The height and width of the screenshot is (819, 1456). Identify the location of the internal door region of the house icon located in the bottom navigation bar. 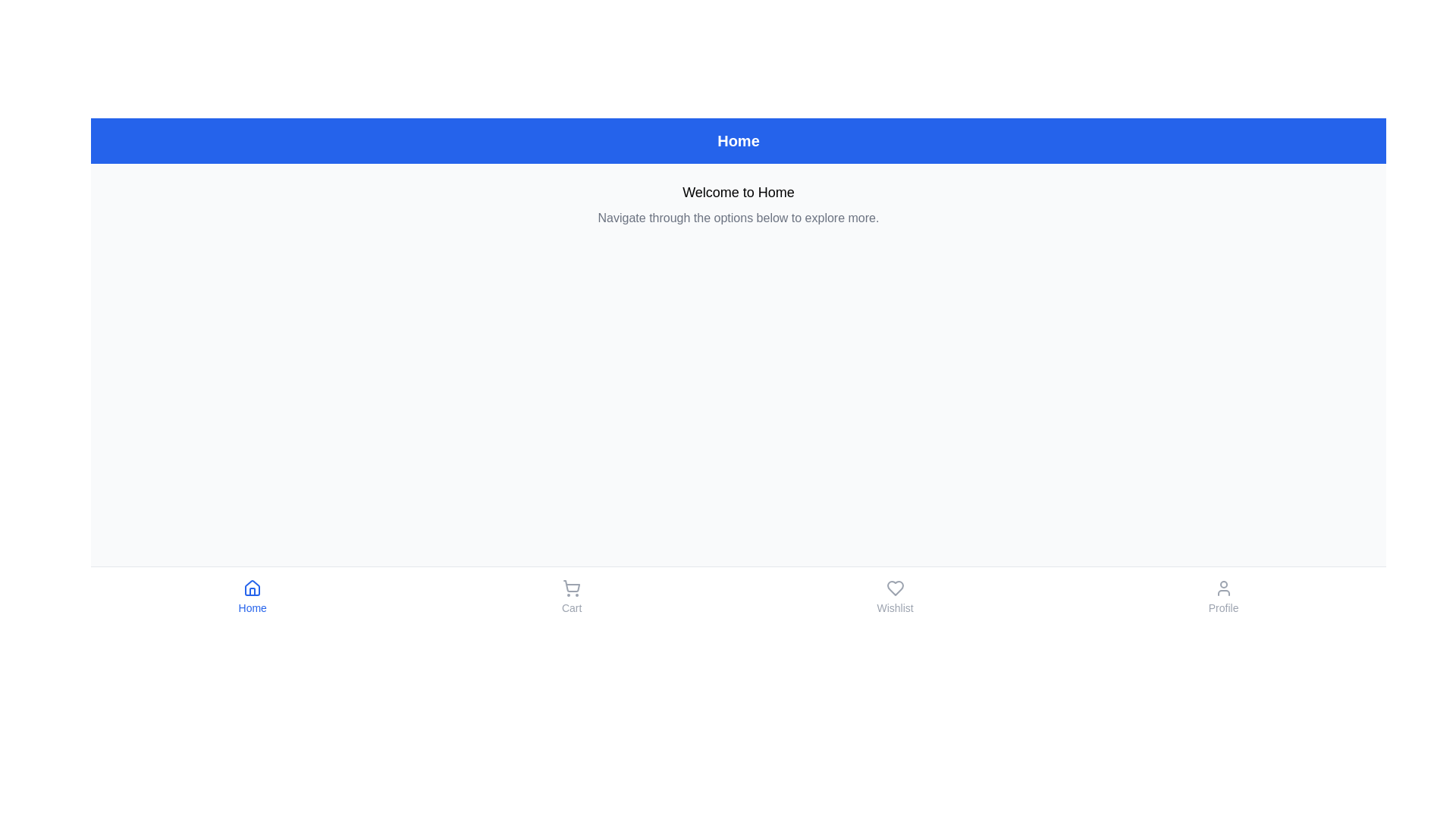
(253, 591).